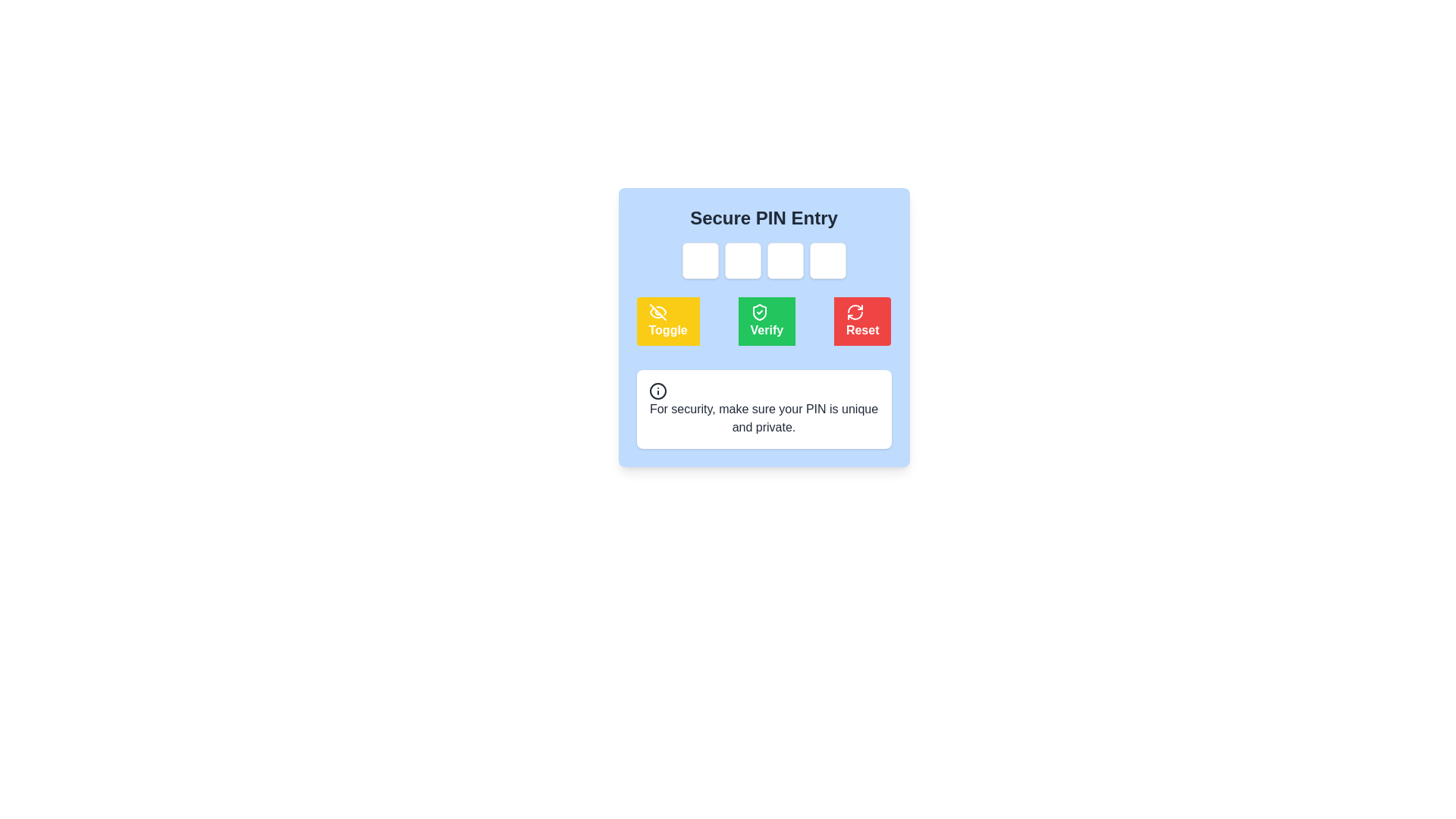  What do you see at coordinates (759, 312) in the screenshot?
I see `the shield icon with a checkmark inside the 'Verify' button, which has a green background and is positioned below the Secure PIN Entry input fields` at bounding box center [759, 312].